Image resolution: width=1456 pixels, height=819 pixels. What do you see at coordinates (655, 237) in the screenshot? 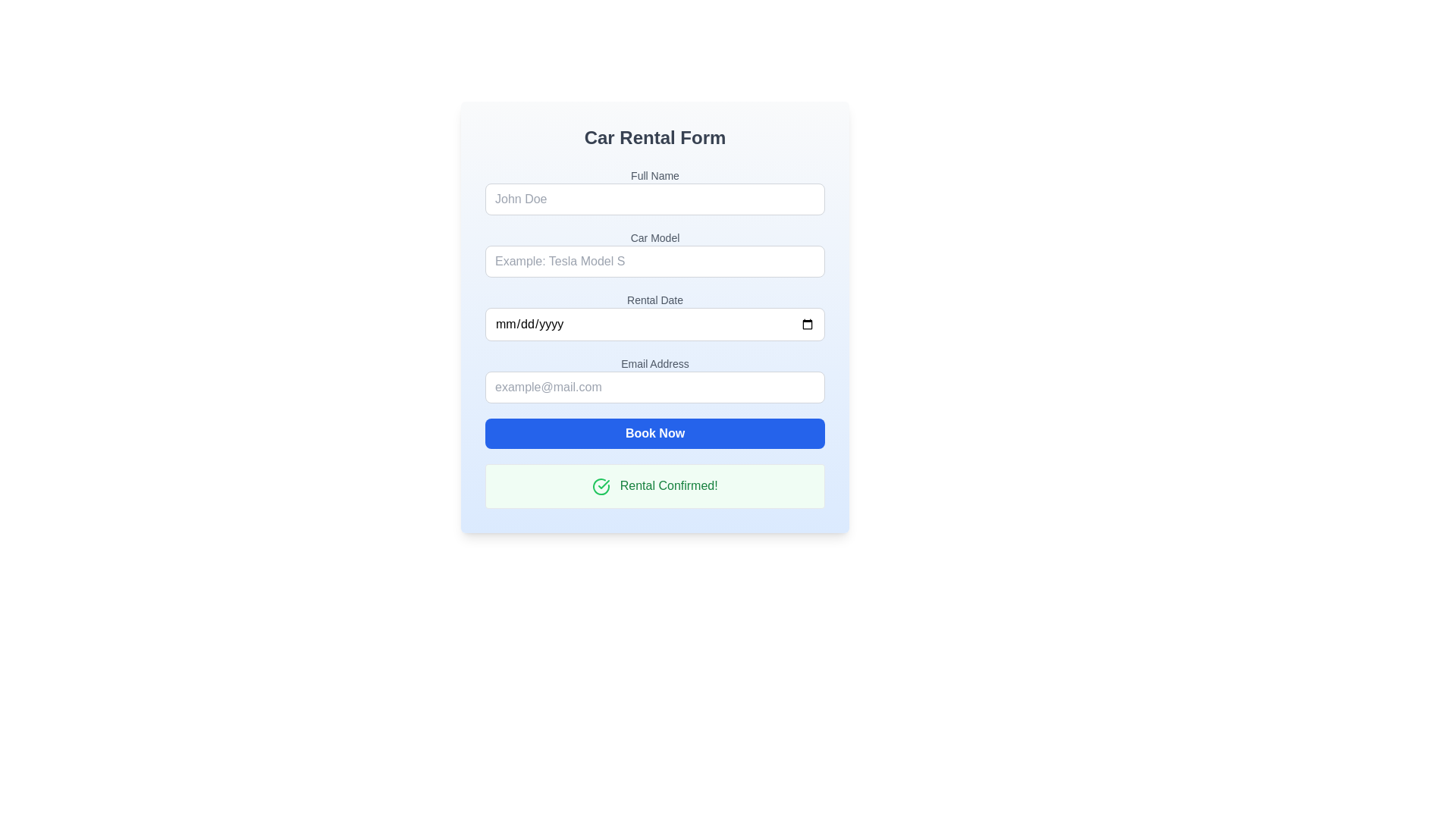
I see `the 'Car Model' text label, which is styled in a smaller muted gray font and positioned between the 'Full Name' and 'Example: Tesla Model S' input fields` at bounding box center [655, 237].